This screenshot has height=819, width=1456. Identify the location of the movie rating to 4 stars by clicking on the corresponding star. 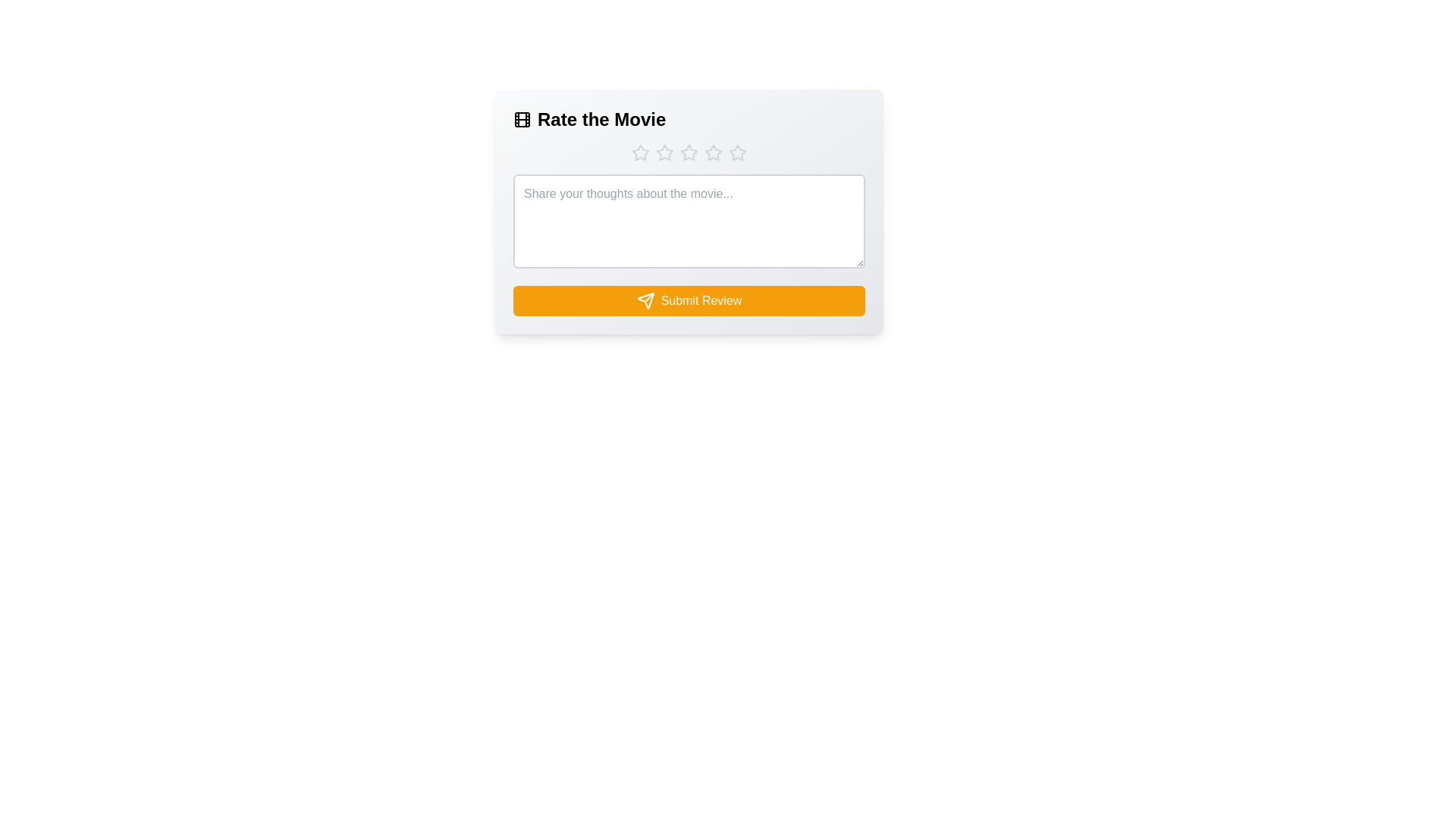
(712, 152).